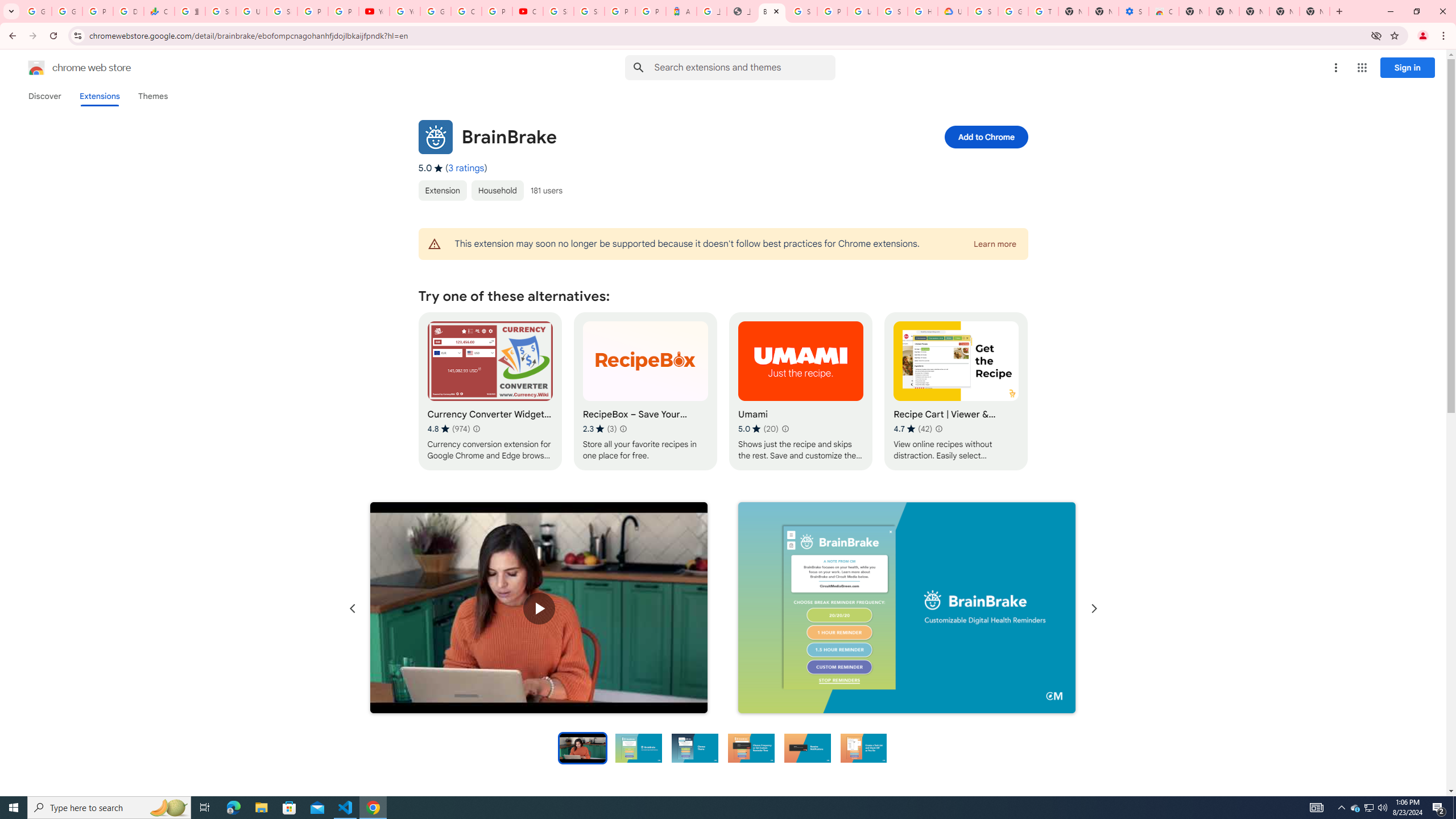 Image resolution: width=1456 pixels, height=819 pixels. I want to click on 'Discover', so click(44, 96).